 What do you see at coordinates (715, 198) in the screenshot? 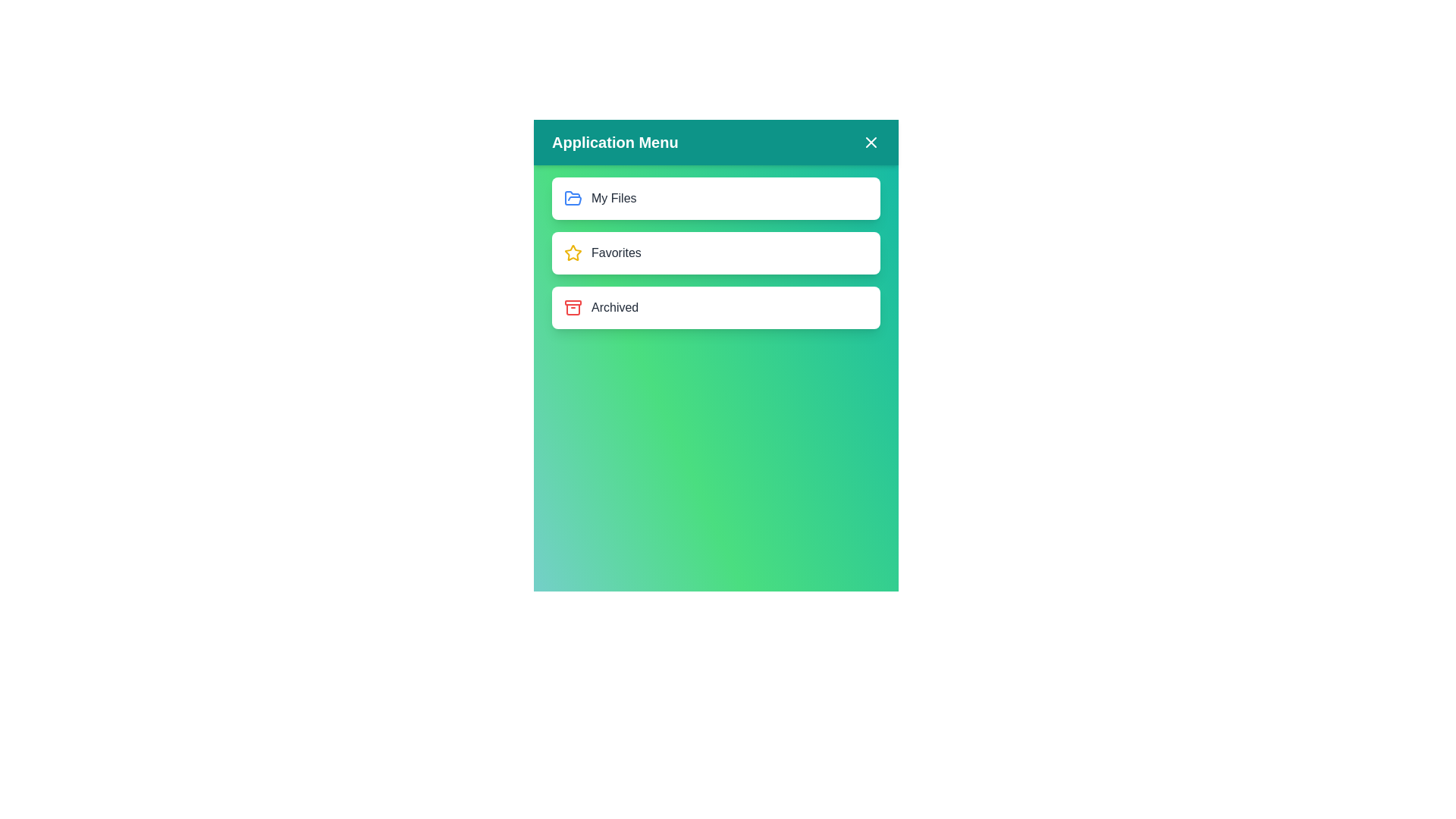
I see `the menu item My Files by clicking on it` at bounding box center [715, 198].